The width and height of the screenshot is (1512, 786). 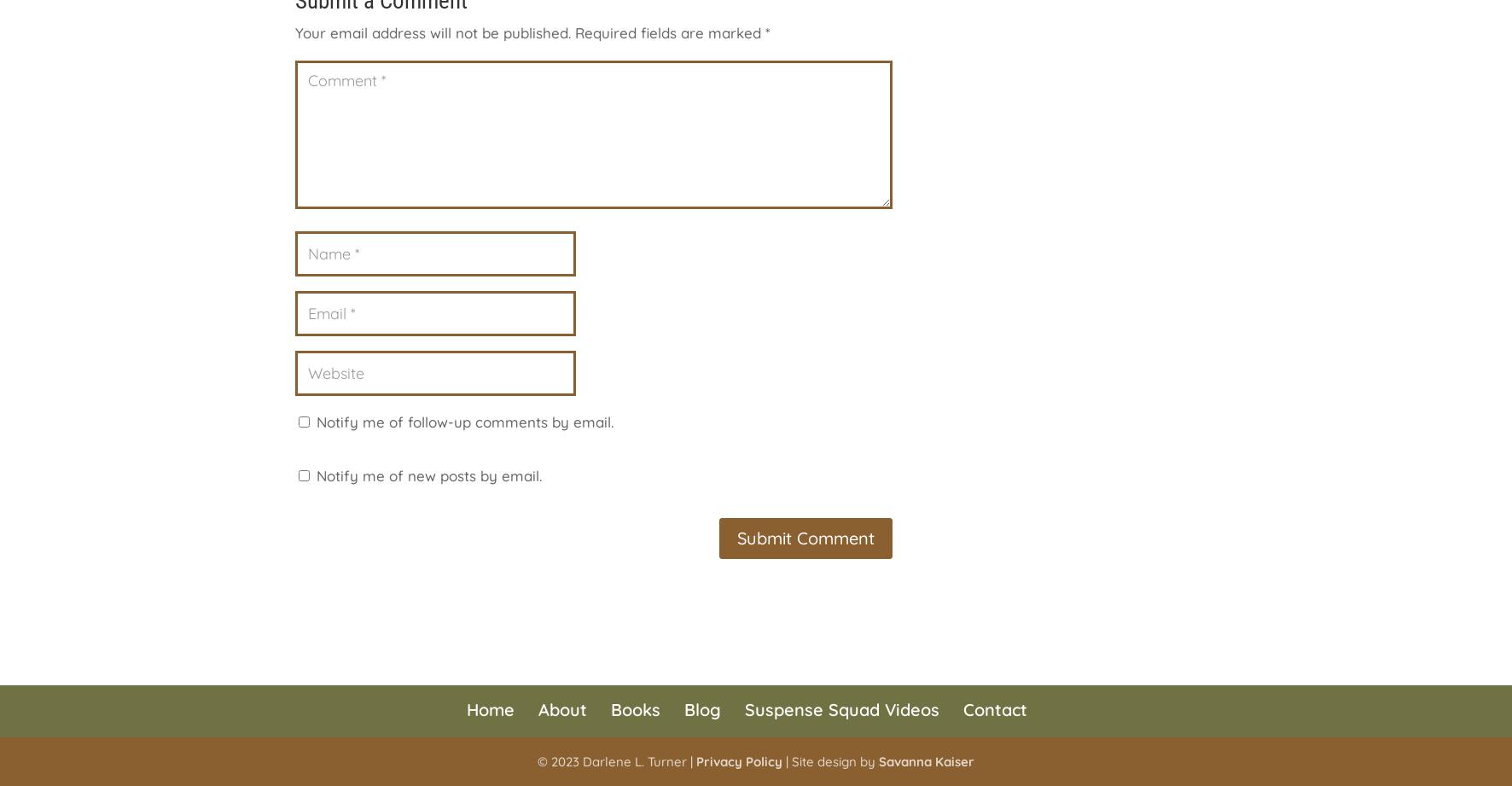 What do you see at coordinates (489, 707) in the screenshot?
I see `'Home'` at bounding box center [489, 707].